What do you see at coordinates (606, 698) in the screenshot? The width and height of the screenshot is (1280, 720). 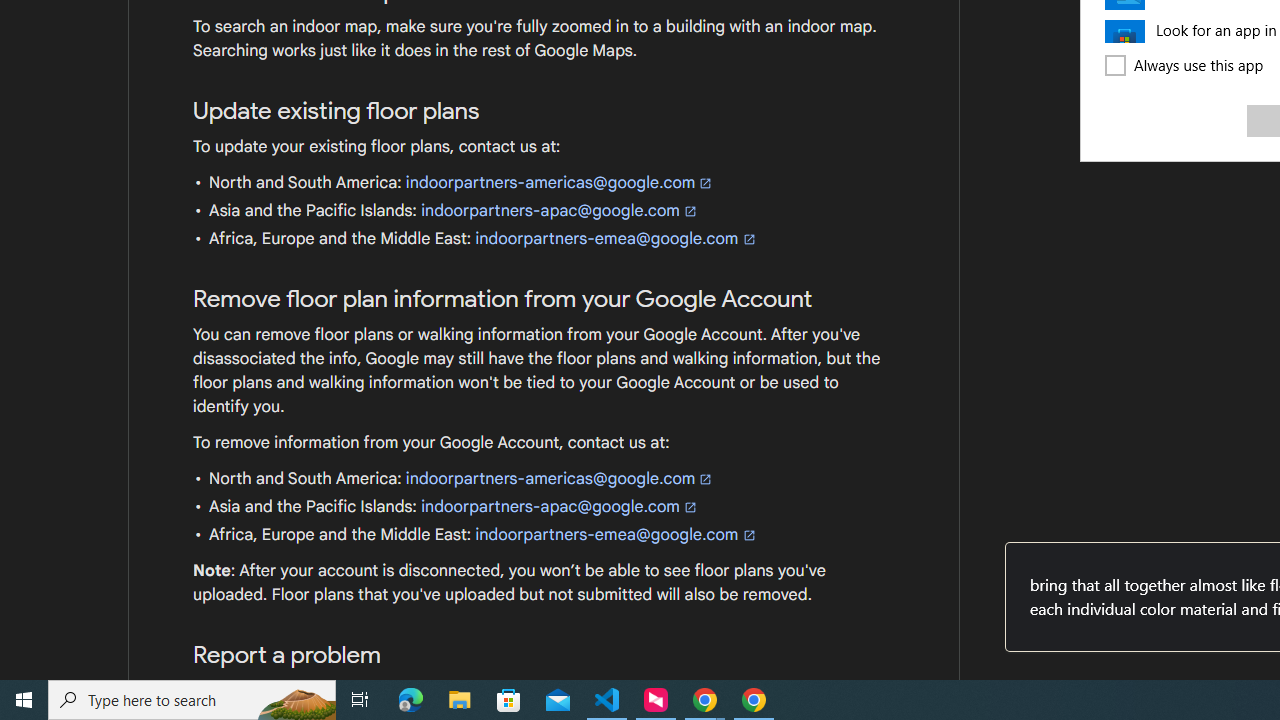 I see `'Visual Studio Code - 1 running window'` at bounding box center [606, 698].